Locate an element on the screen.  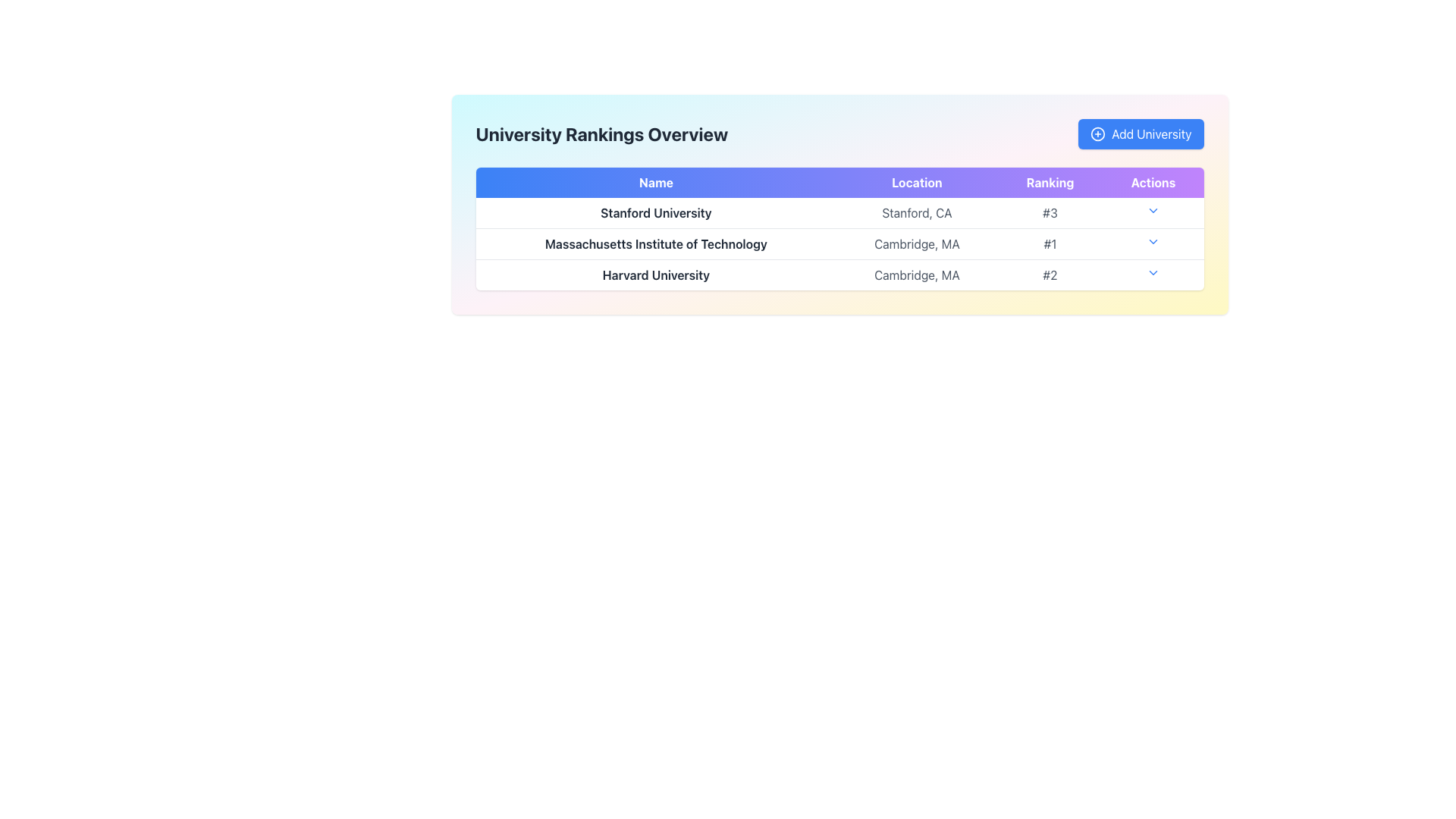
the Text Label displaying 'Cambridge, MA' located in the 'Location' column of the second row of the table, between 'Massachusetts Institute of Technology' and '#1' is located at coordinates (916, 243).